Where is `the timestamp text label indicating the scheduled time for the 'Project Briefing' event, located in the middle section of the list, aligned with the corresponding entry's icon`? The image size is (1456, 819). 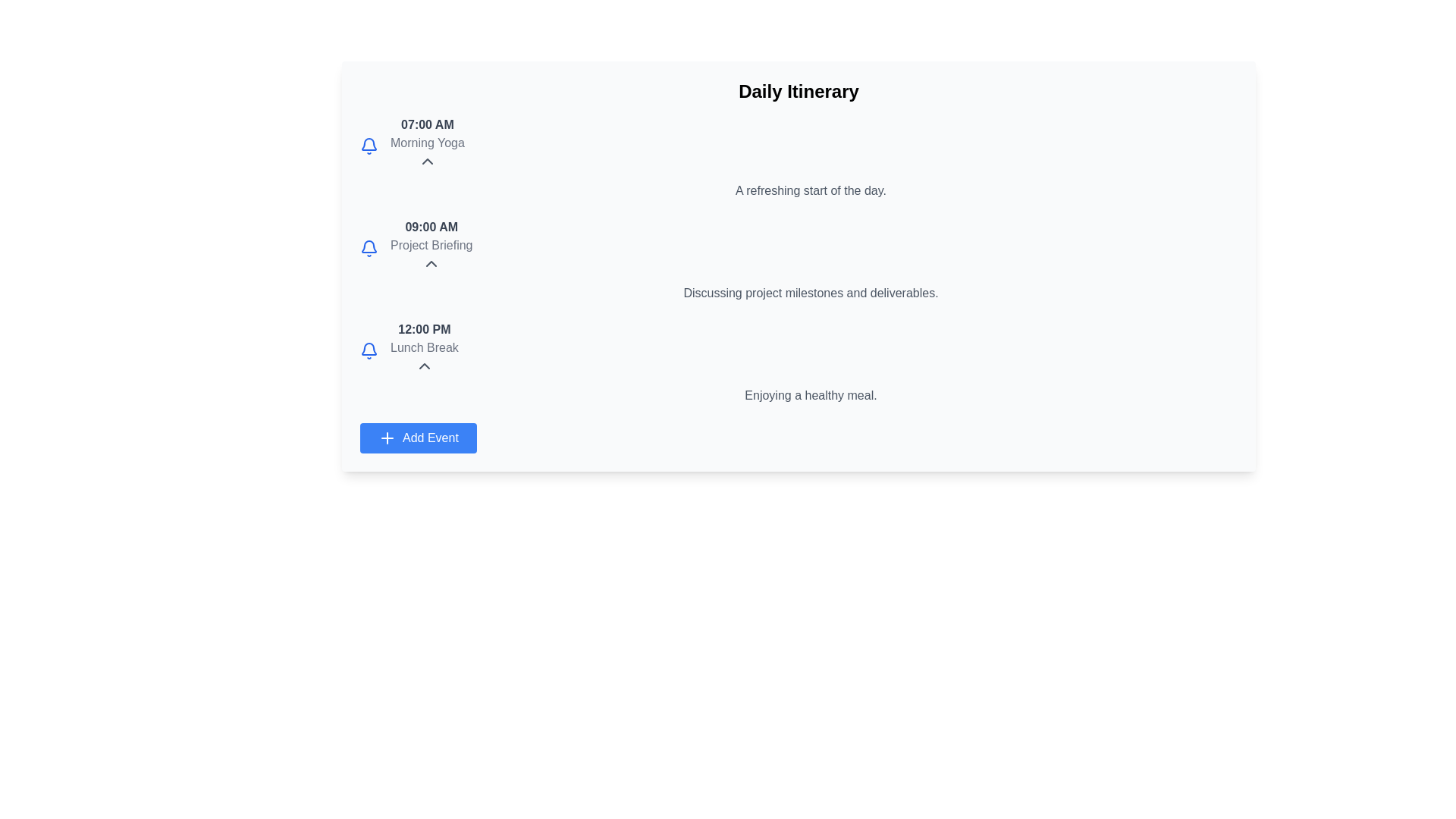
the timestamp text label indicating the scheduled time for the 'Project Briefing' event, located in the middle section of the list, aligned with the corresponding entry's icon is located at coordinates (431, 227).